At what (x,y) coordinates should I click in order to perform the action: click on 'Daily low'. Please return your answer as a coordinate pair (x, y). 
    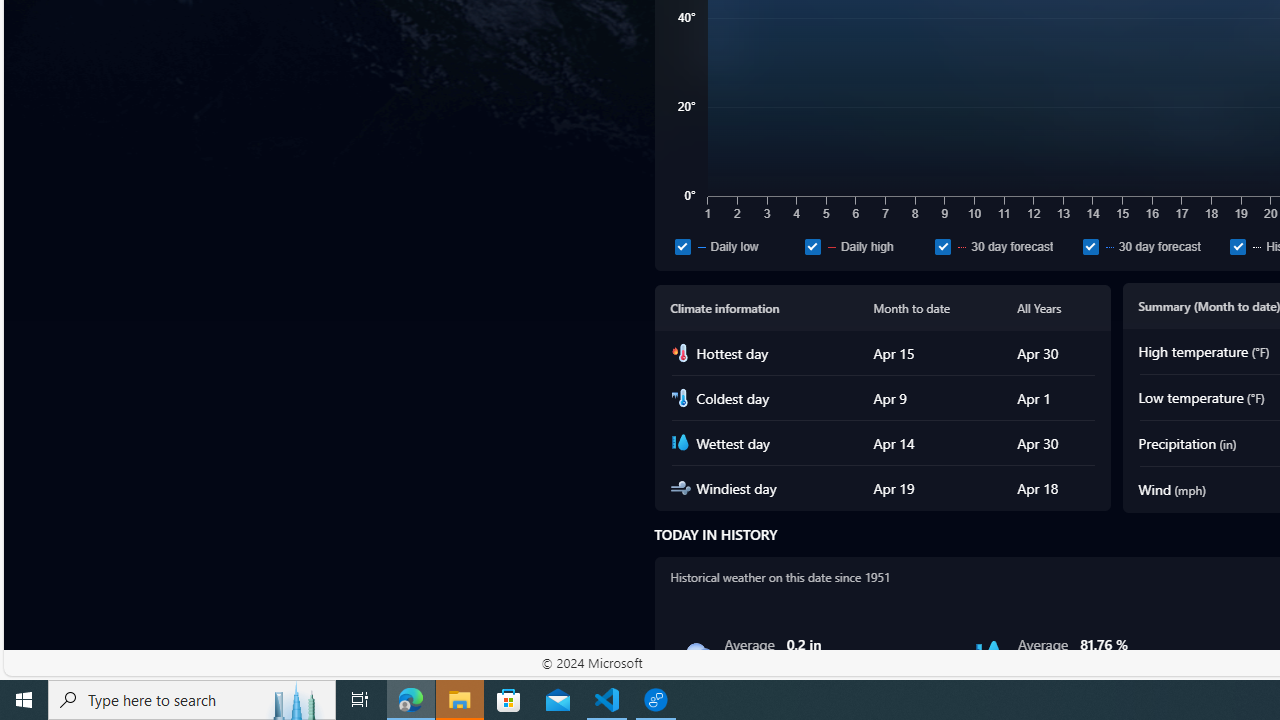
    Looking at the image, I should click on (735, 245).